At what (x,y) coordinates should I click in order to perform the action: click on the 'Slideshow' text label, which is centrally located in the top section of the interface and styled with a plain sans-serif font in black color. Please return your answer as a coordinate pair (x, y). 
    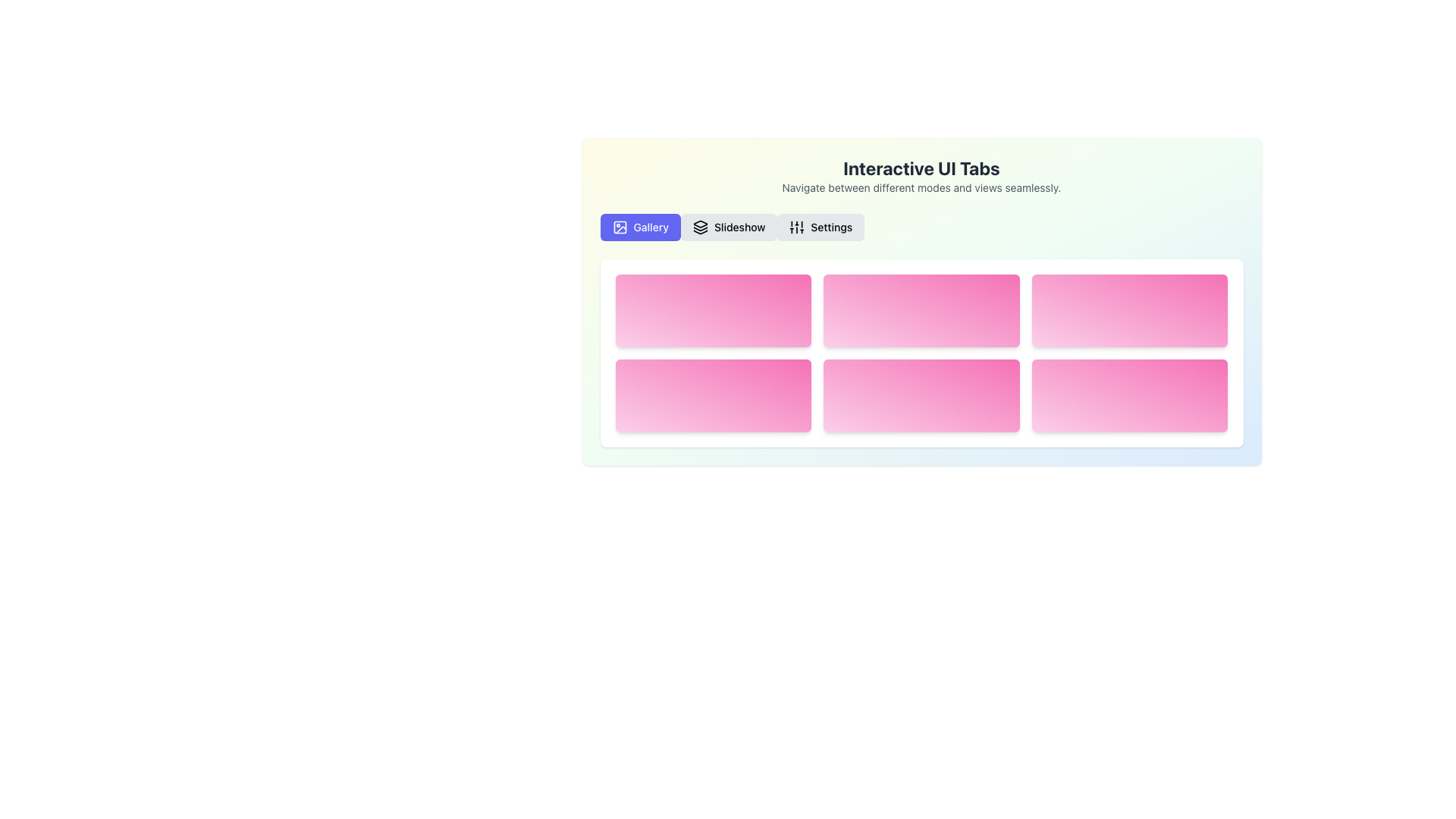
    Looking at the image, I should click on (739, 227).